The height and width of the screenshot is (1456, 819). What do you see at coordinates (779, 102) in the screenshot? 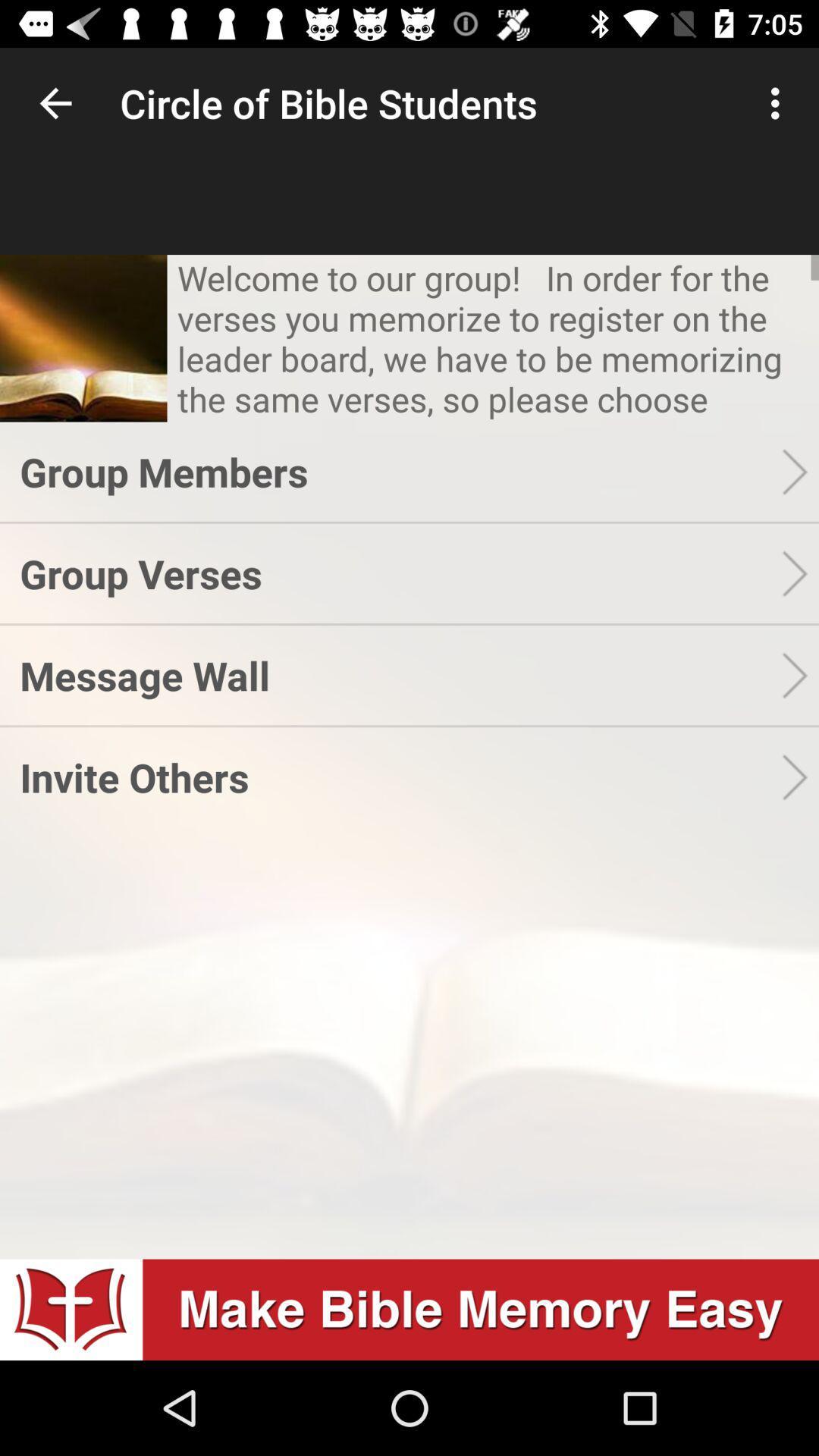
I see `app next to the circle of bible item` at bounding box center [779, 102].